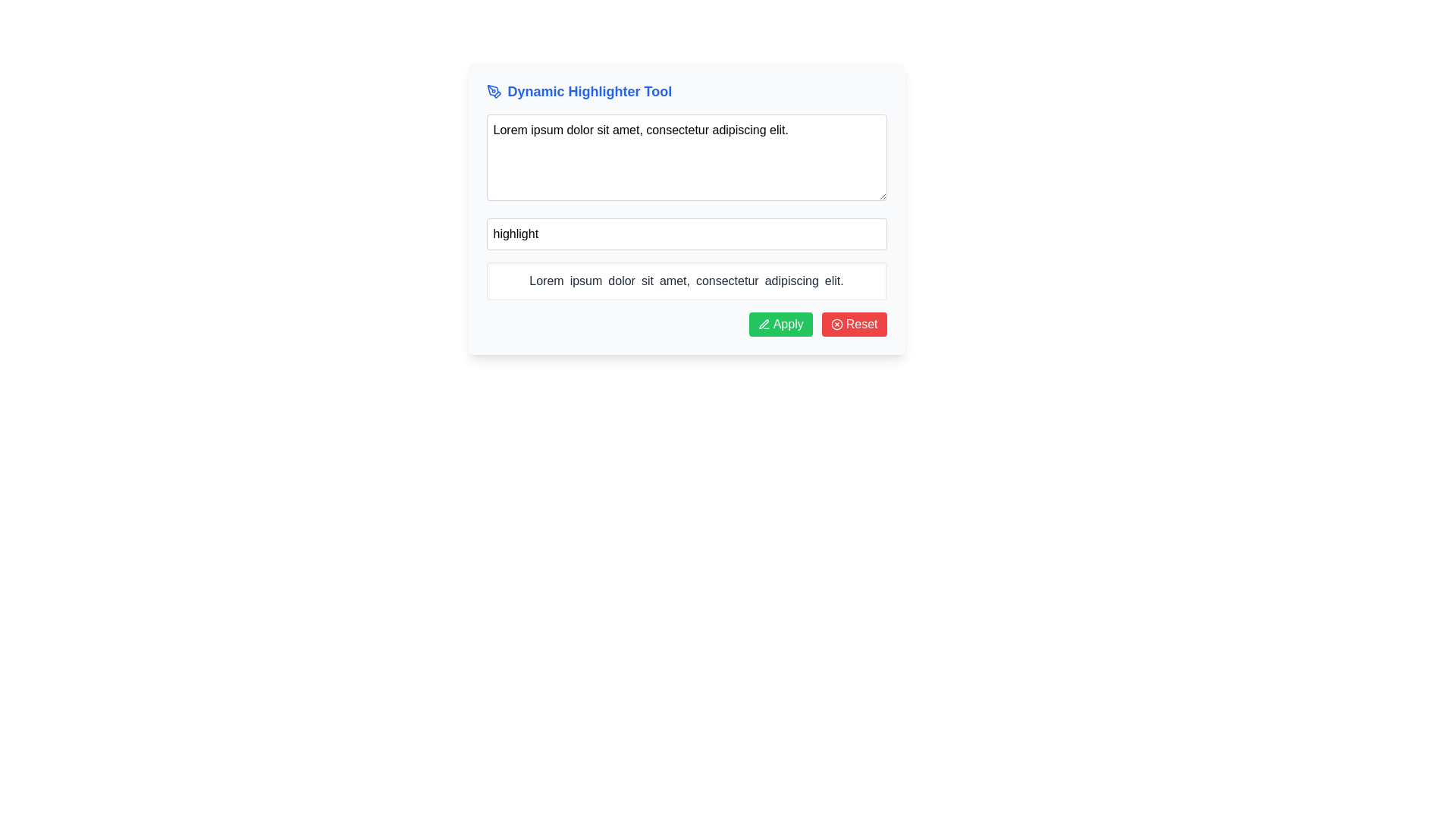  I want to click on the rectangular green 'Apply' button with white text and a pen icon located at the bottom right of the interface, so click(780, 324).